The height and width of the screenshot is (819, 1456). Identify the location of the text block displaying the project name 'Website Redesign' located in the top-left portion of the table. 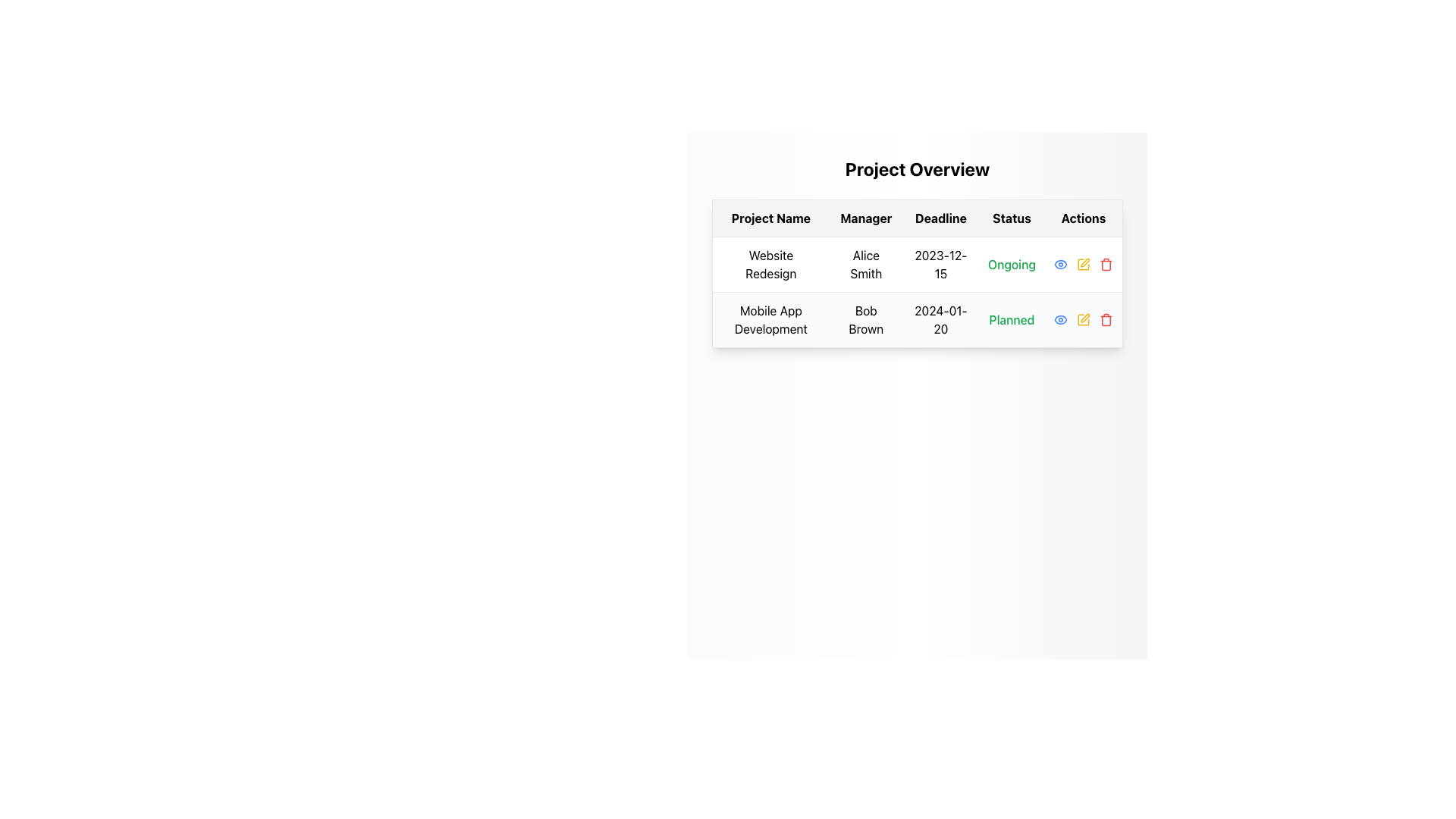
(770, 263).